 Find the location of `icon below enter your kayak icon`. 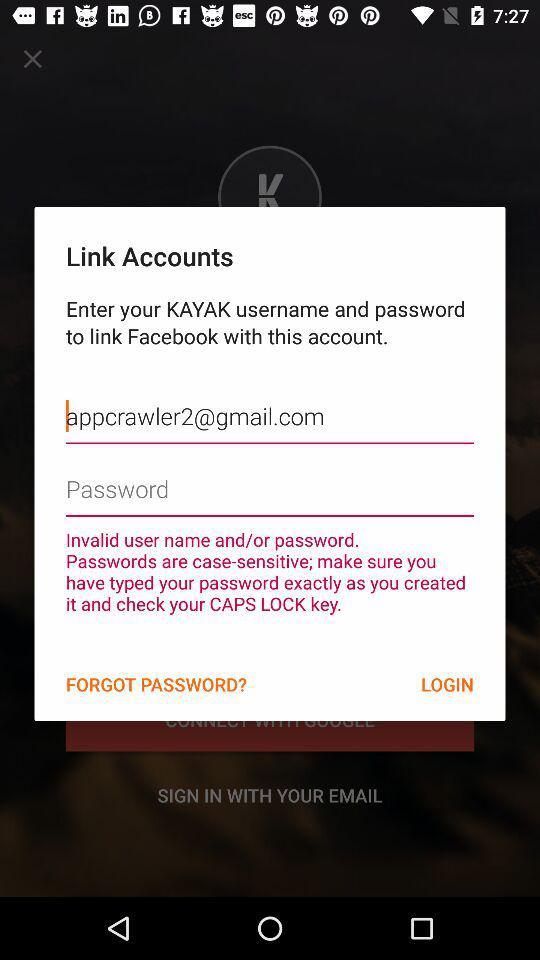

icon below enter your kayak icon is located at coordinates (270, 400).